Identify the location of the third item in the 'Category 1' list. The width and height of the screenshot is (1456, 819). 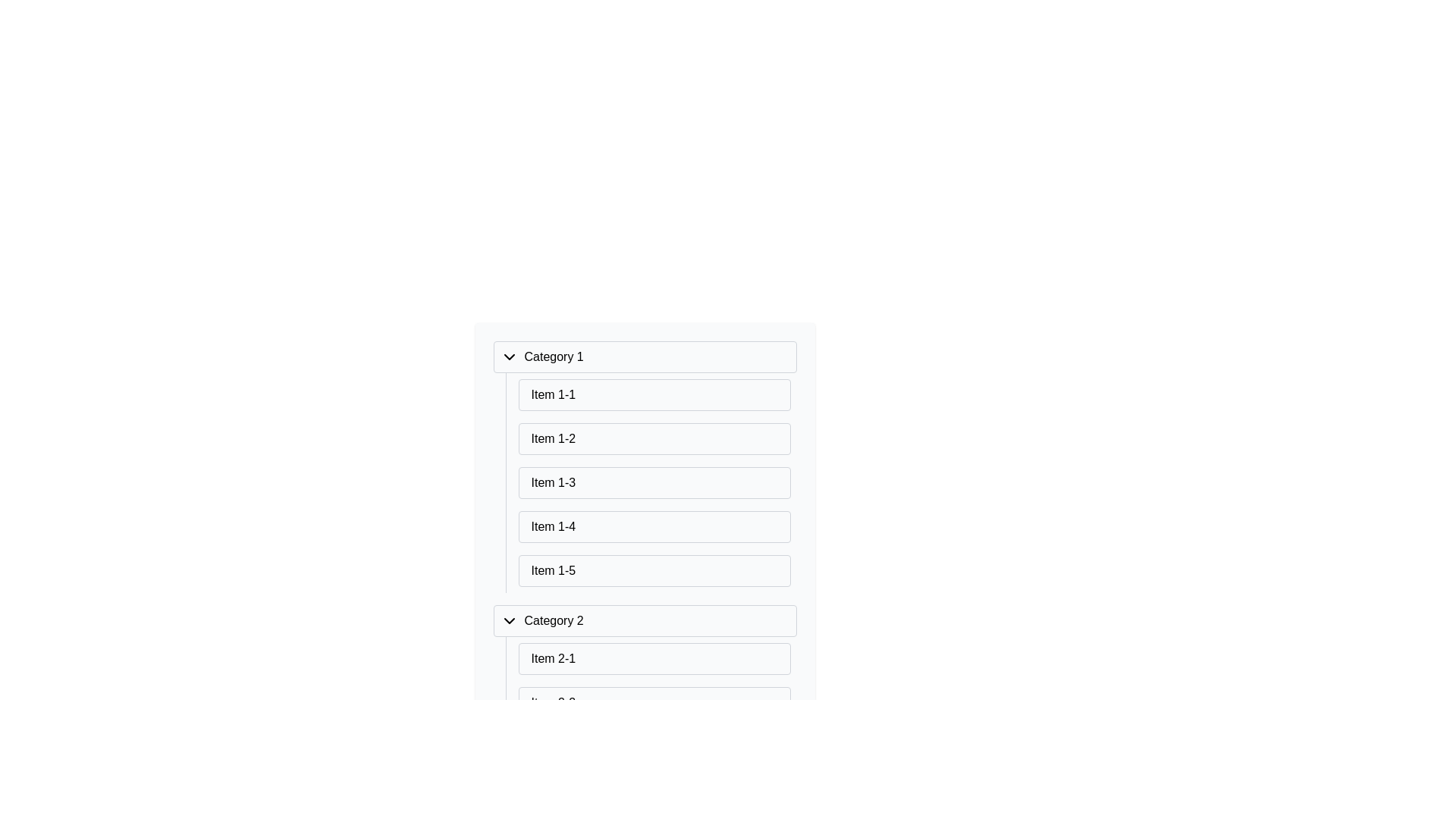
(654, 482).